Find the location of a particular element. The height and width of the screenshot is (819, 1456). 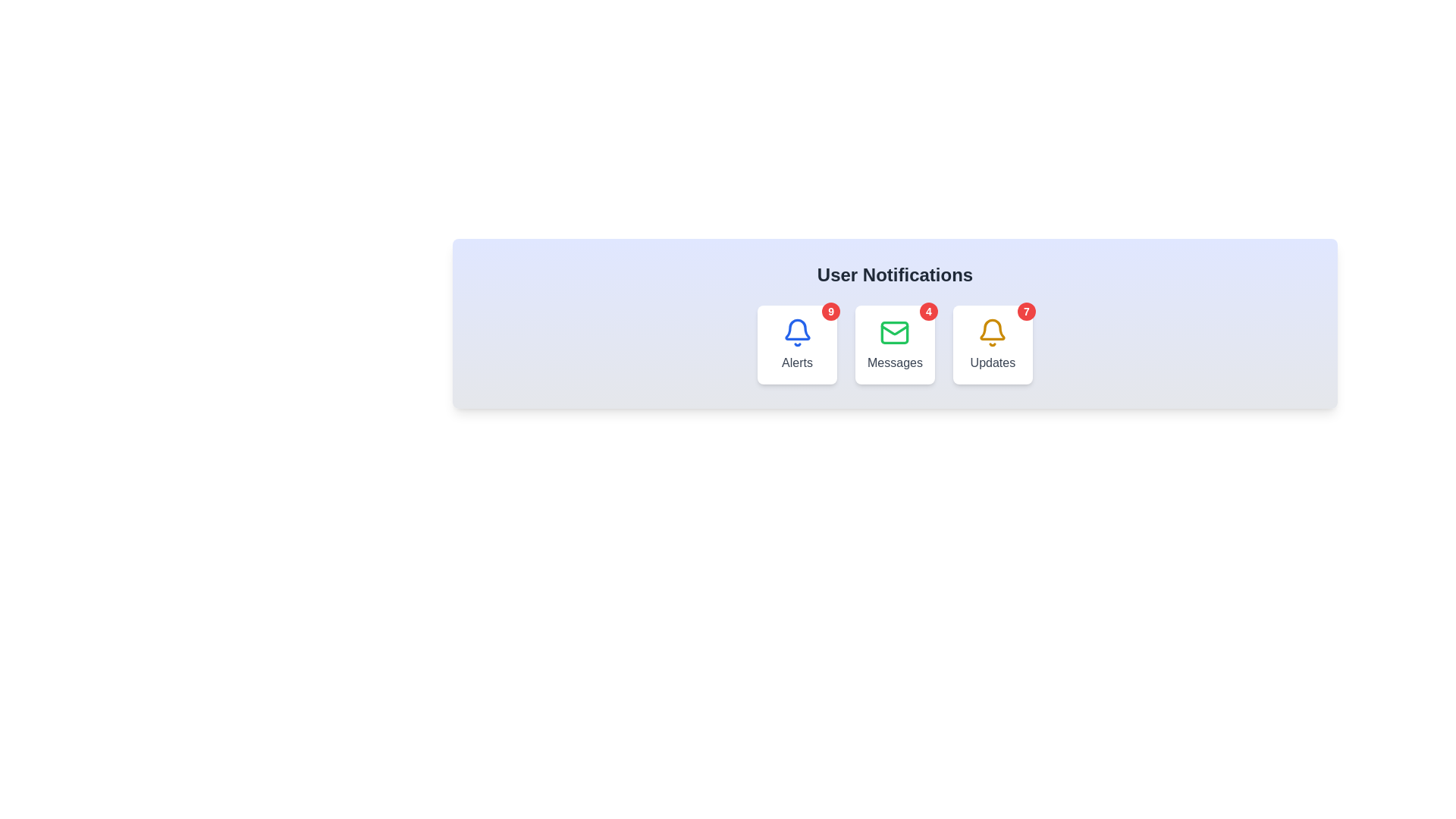

the green envelope icon within the 'Messages' card is located at coordinates (895, 332).